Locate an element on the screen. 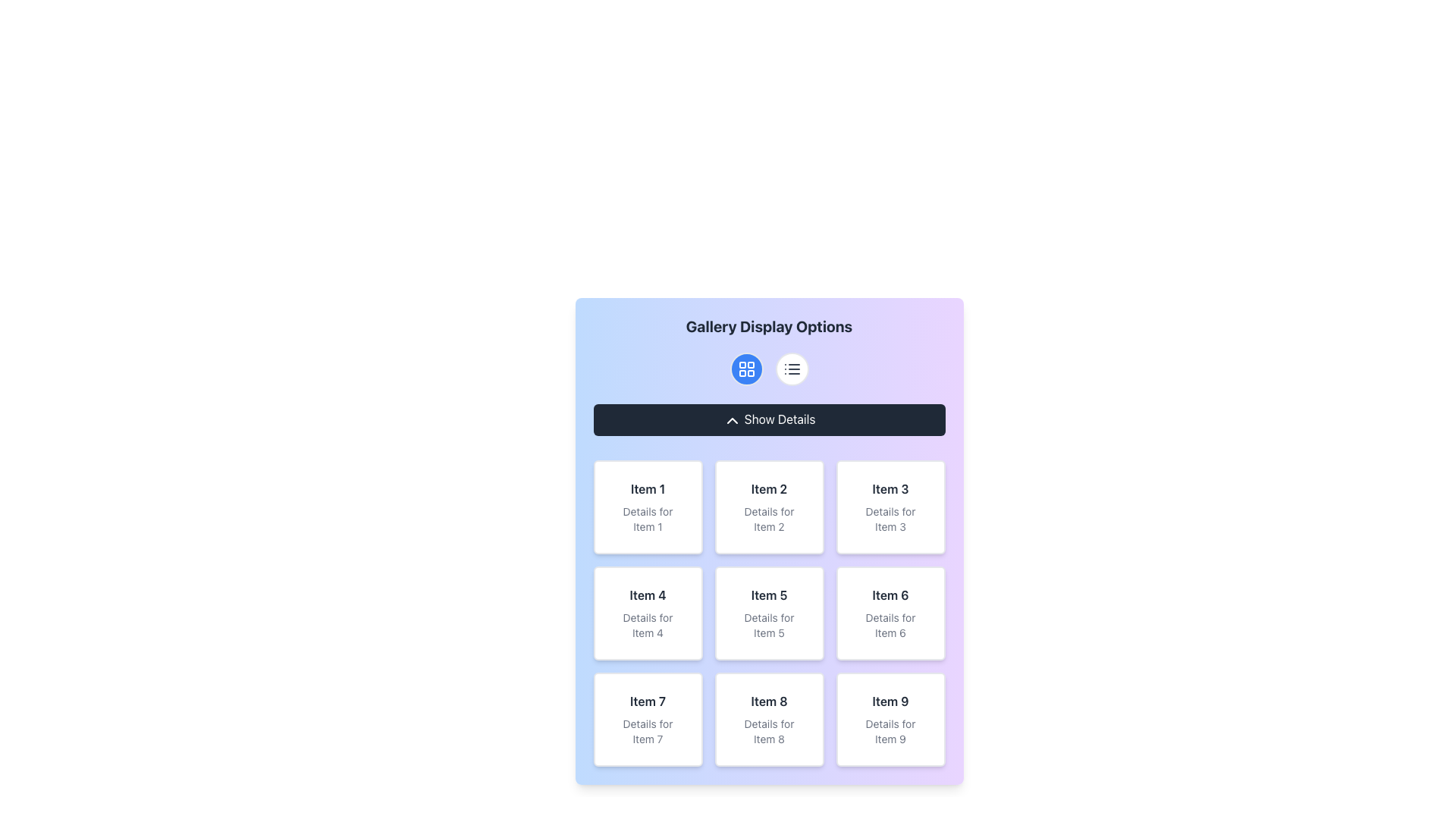  the ninth card in the 3x3 grid layout that displays information about 'Item 9' is located at coordinates (890, 718).